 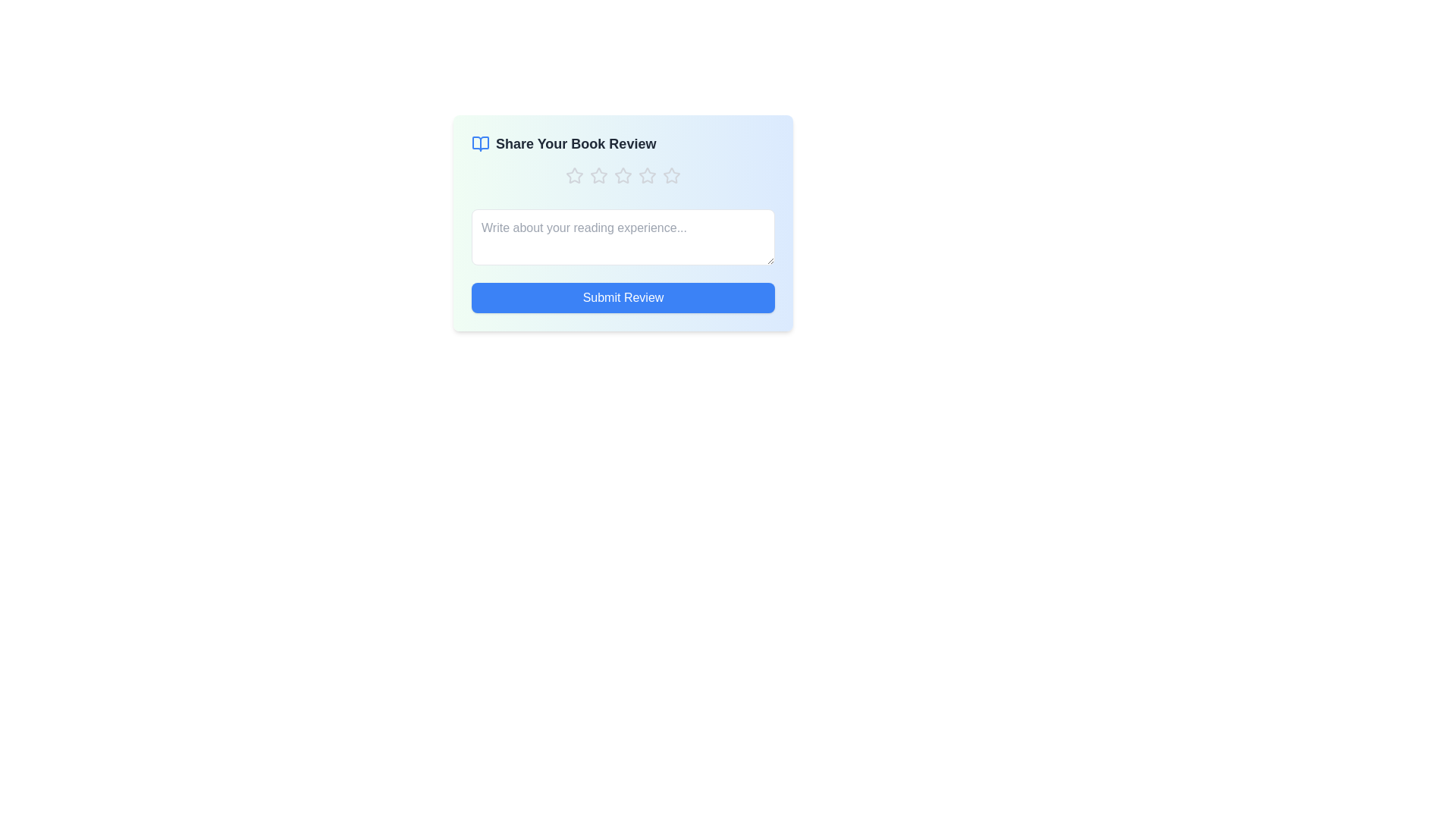 I want to click on the book rating to 2 stars by clicking on the corresponding star, so click(x=598, y=174).